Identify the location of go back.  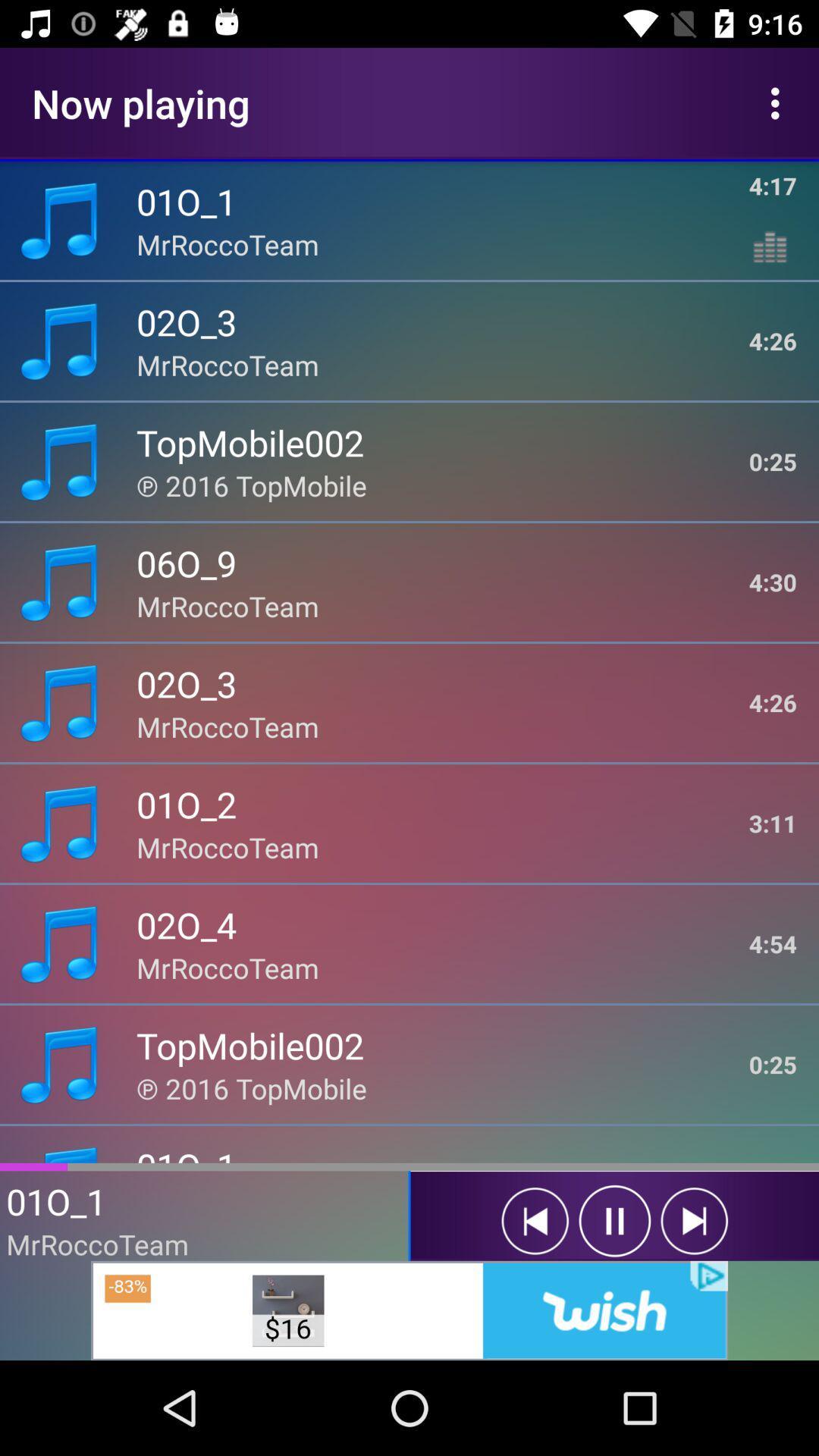
(694, 1221).